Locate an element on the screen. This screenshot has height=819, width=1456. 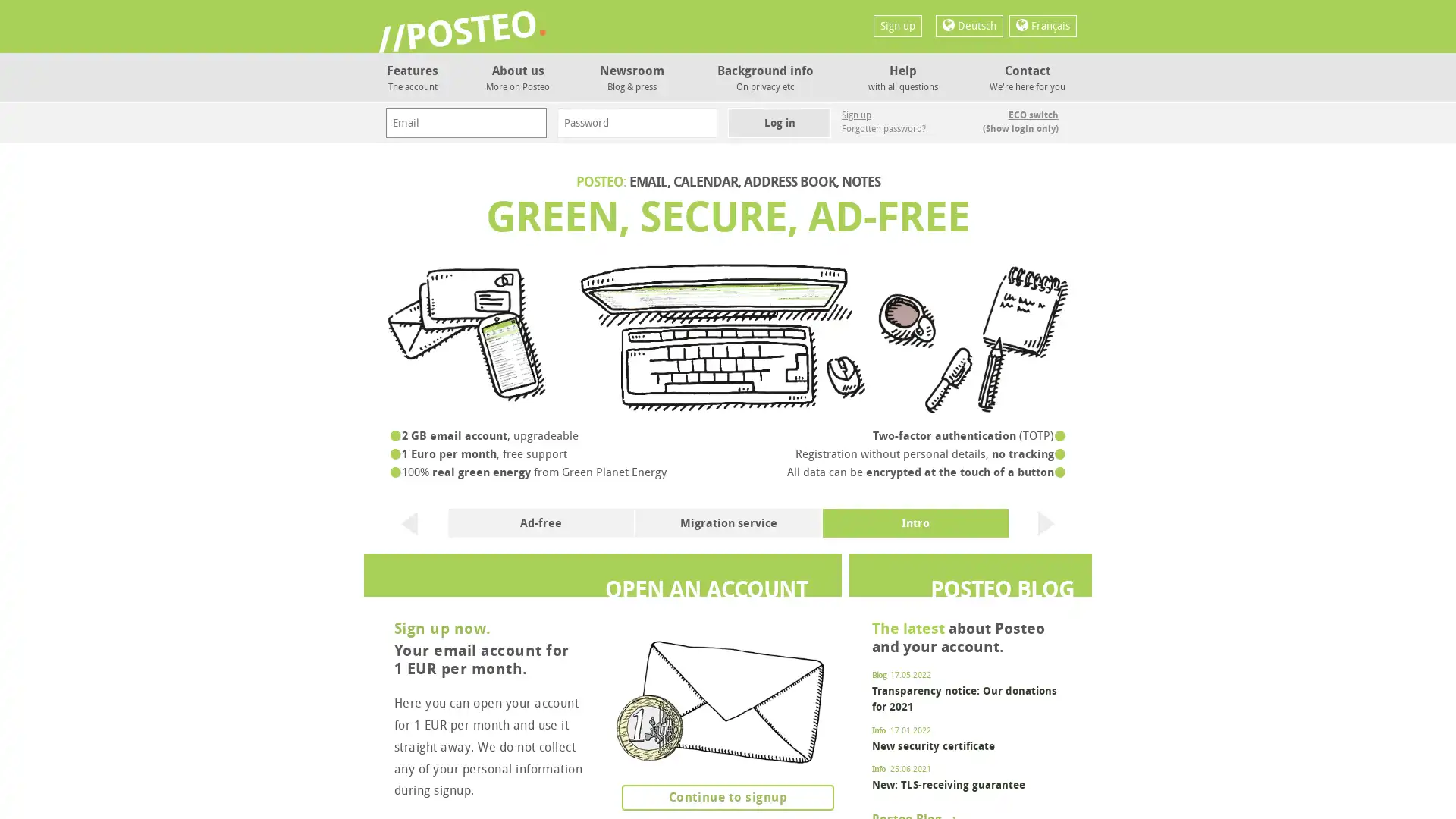
Log in is located at coordinates (779, 122).